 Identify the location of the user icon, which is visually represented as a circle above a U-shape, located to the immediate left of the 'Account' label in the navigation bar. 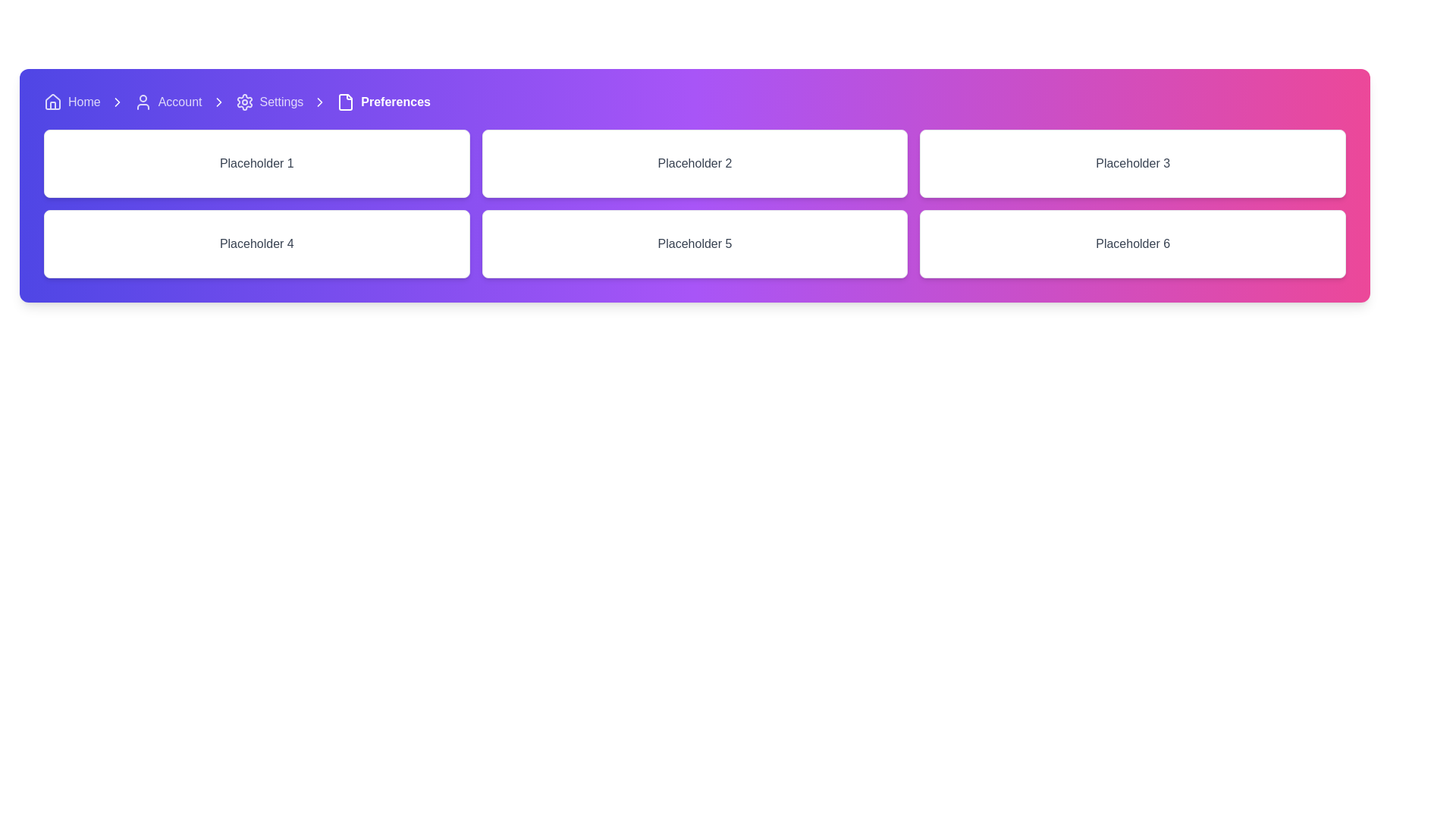
(143, 102).